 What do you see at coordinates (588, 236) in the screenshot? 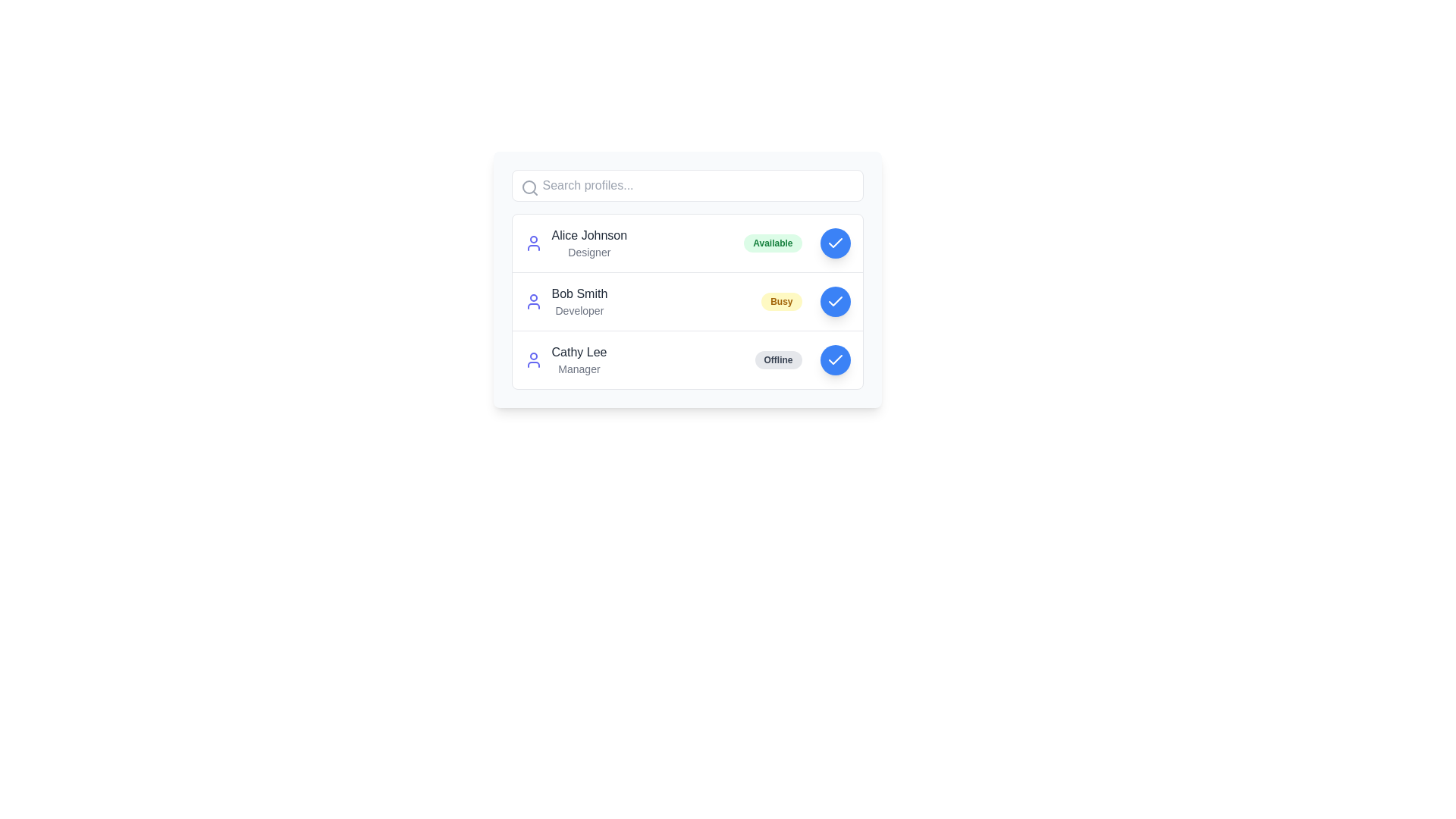
I see `the text display element showing the name 'Alice Johnson,' which serves as a visual identifier for the profile in the first position of the vertical list of profile cards` at bounding box center [588, 236].